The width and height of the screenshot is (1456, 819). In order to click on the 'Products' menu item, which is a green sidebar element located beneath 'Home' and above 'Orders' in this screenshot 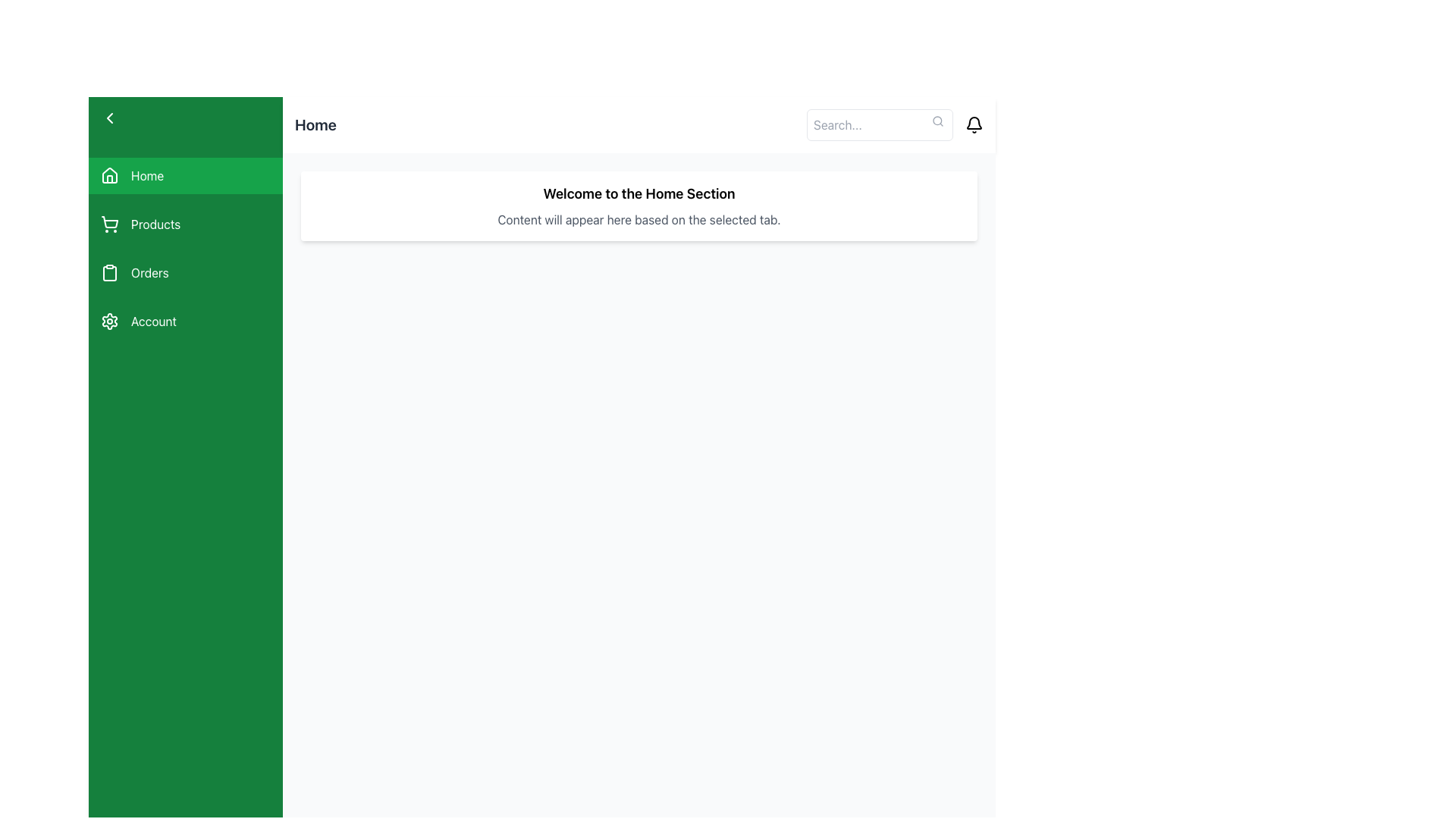, I will do `click(184, 224)`.